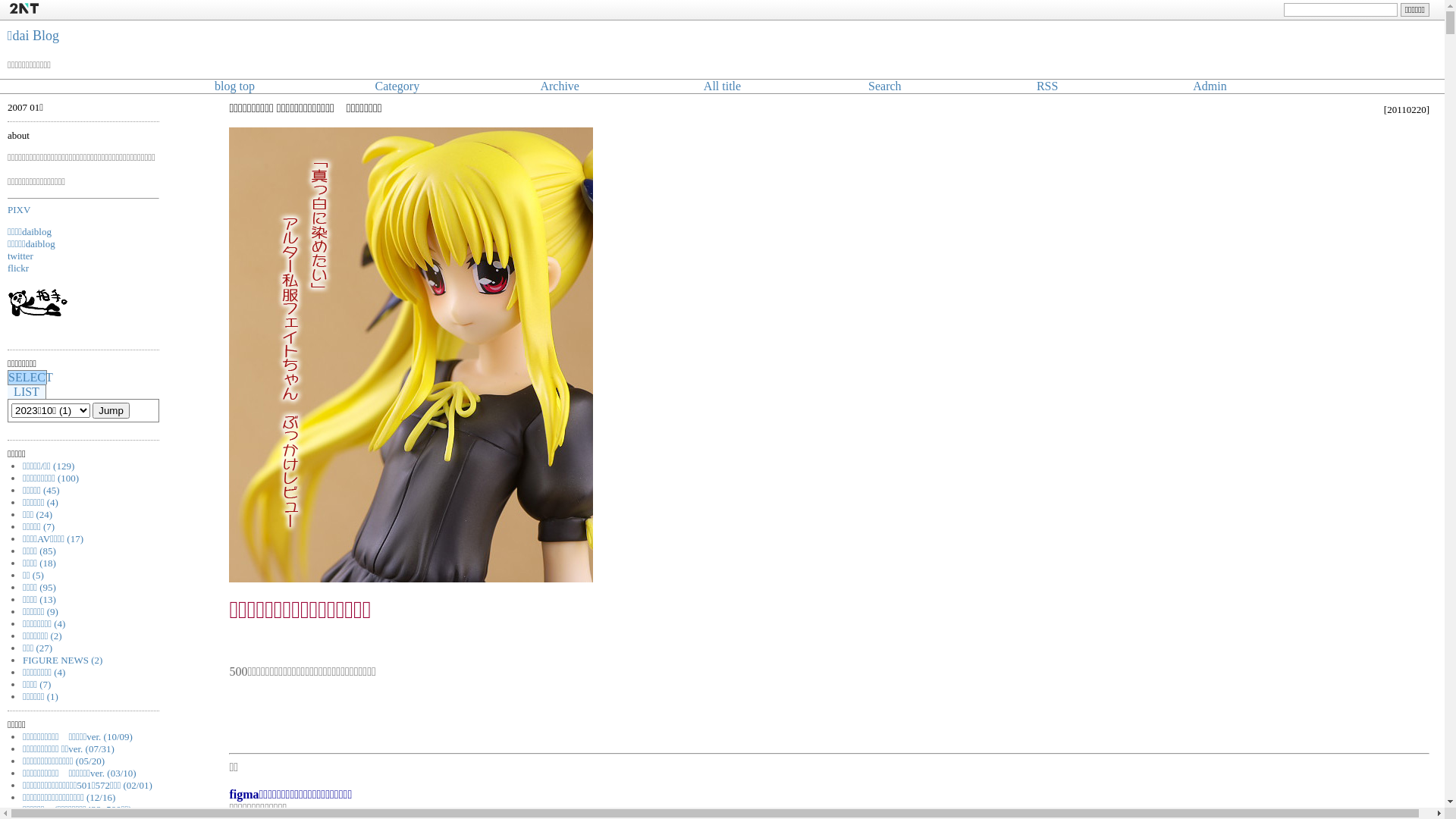 This screenshot has height=819, width=1456. I want to click on 'All title', so click(721, 86).